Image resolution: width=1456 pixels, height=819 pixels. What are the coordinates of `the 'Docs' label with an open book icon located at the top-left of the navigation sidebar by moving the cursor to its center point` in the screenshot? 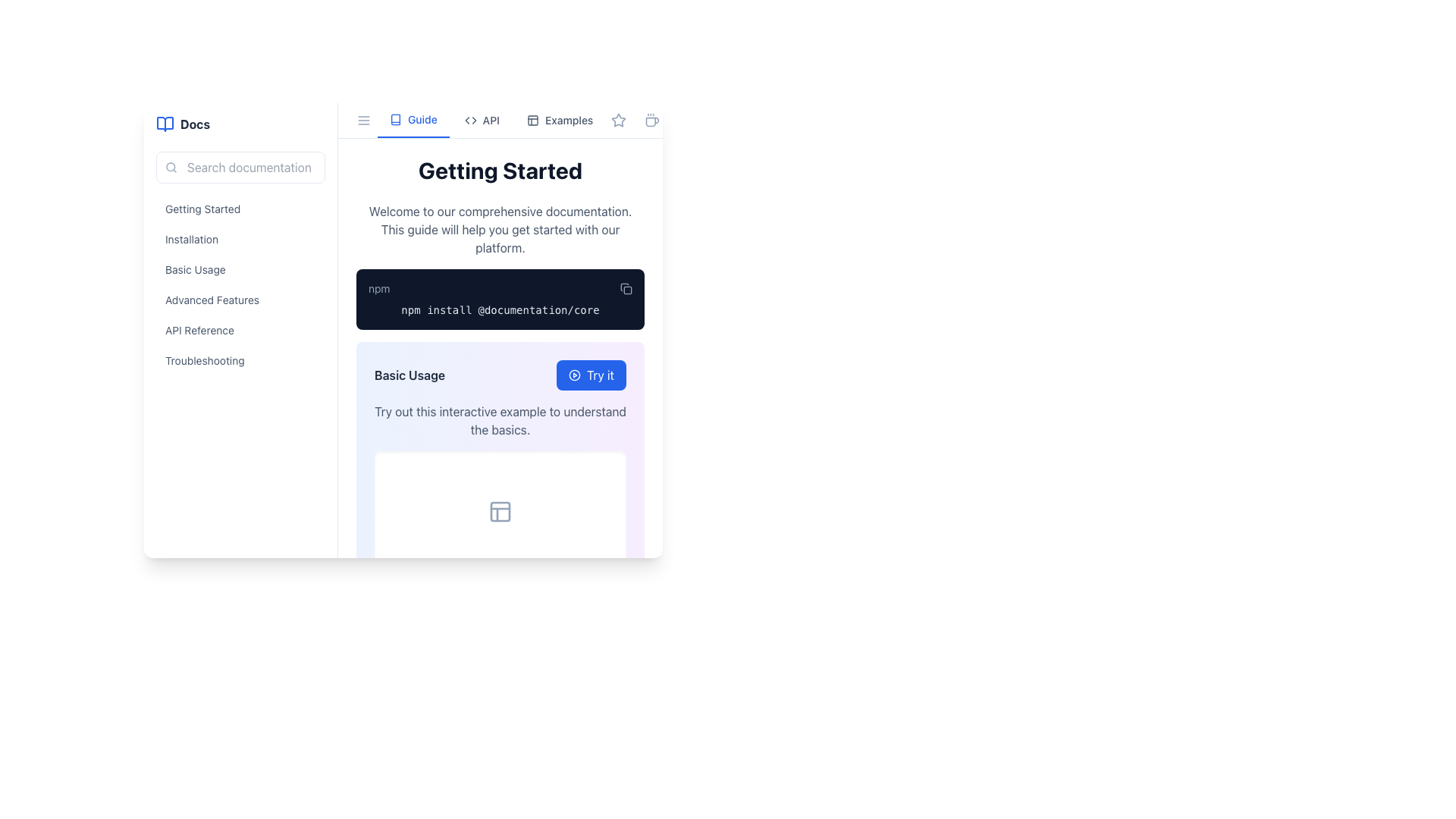 It's located at (240, 124).